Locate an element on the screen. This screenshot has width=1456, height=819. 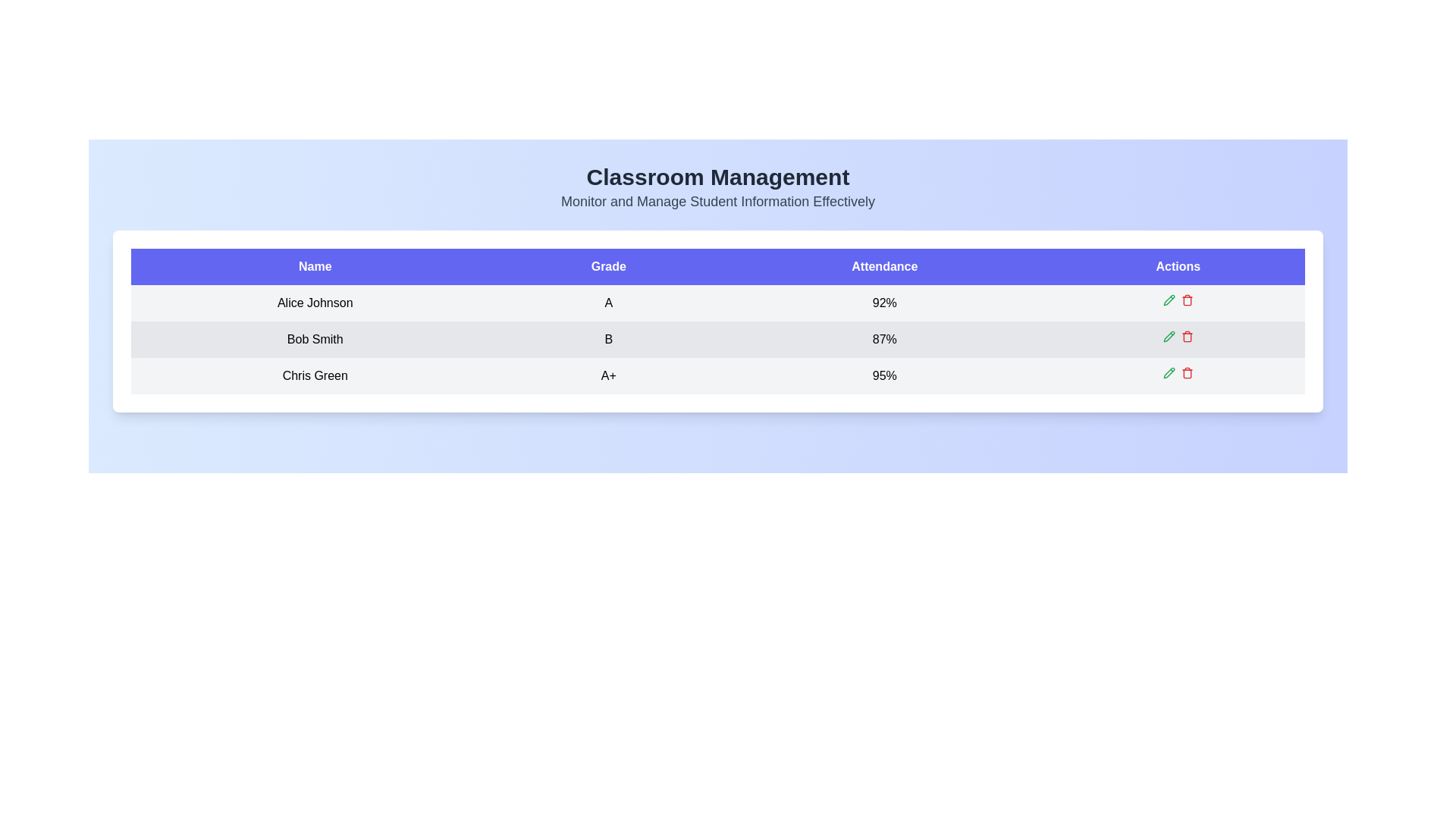
the text heading and subtitle that reads 'Classroom Management' and 'Monitor and Manage Student Information Effectively', which is centered above a table of information on a gradient background is located at coordinates (717, 187).